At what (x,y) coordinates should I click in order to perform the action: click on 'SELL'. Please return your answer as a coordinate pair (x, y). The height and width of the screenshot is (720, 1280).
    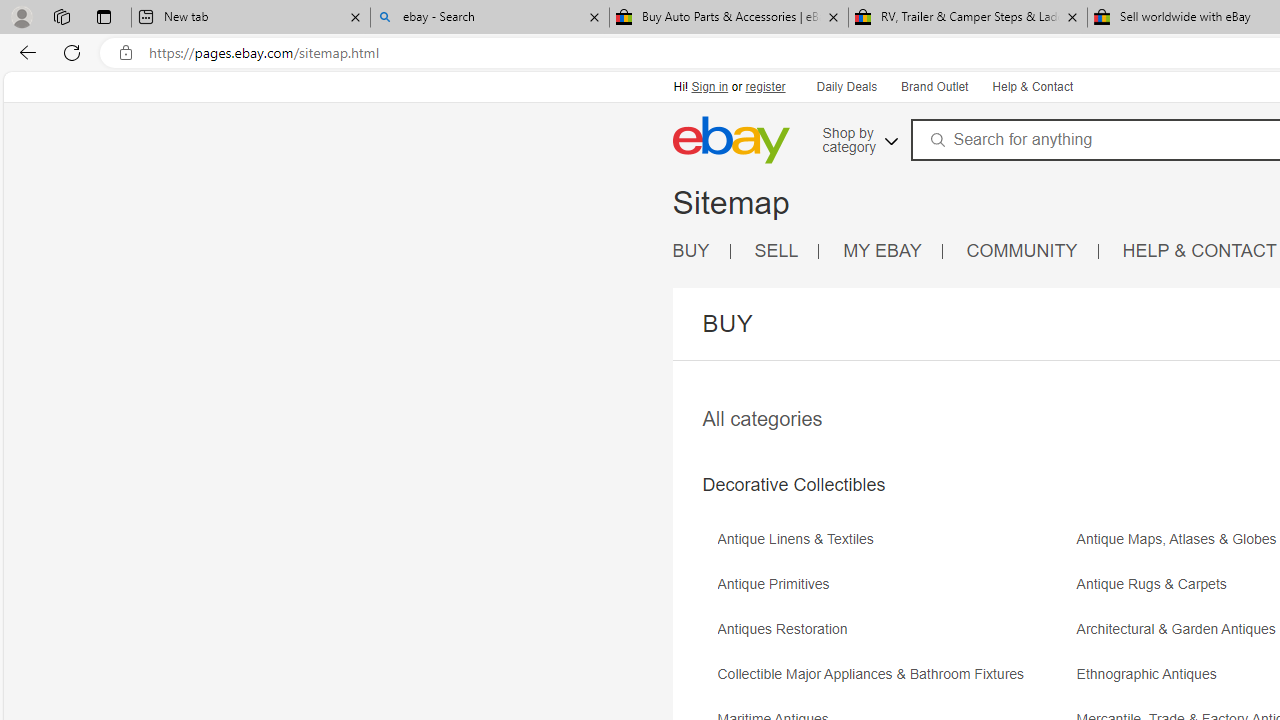
    Looking at the image, I should click on (775, 249).